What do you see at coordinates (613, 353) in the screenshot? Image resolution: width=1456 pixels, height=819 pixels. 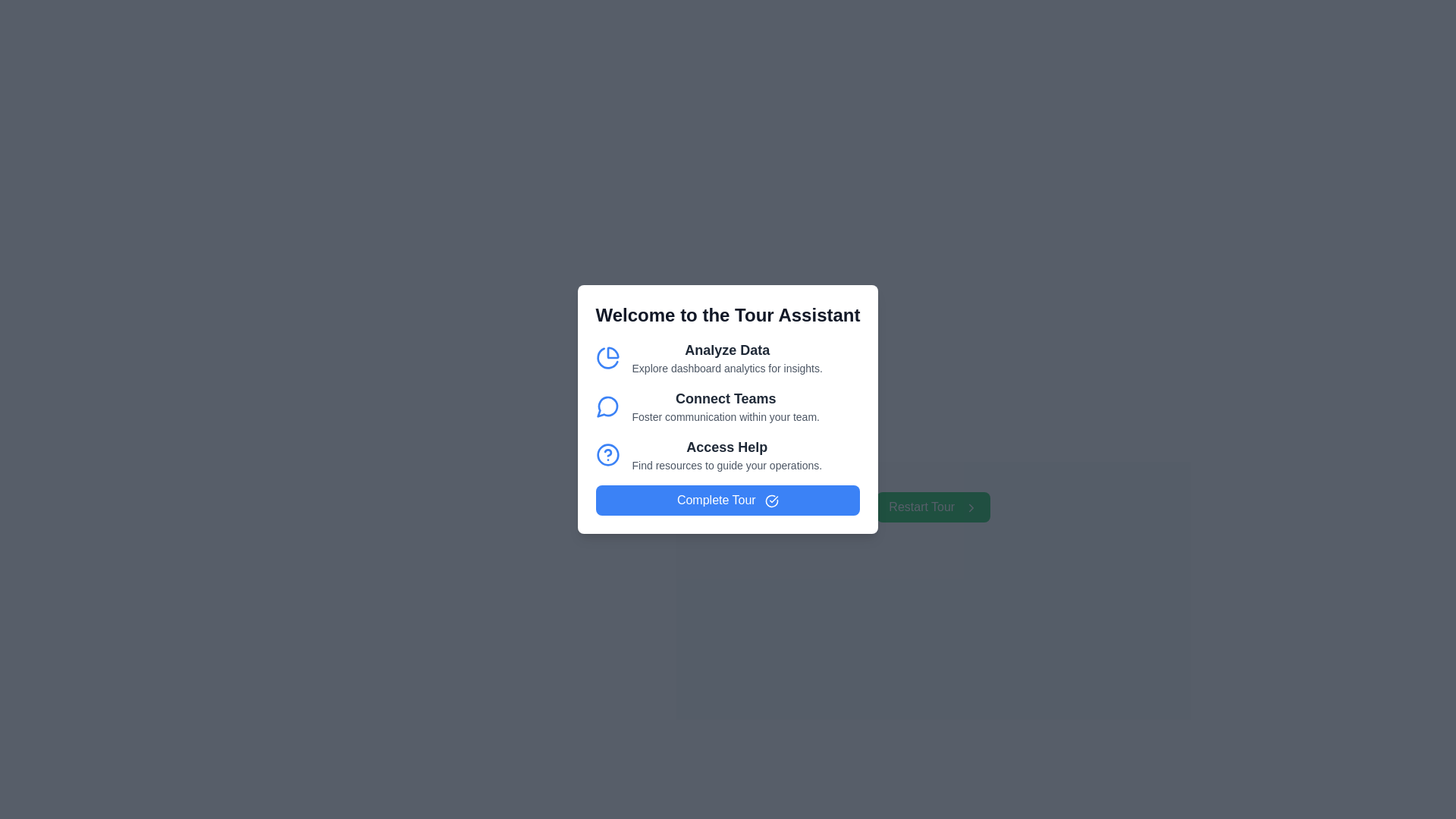 I see `the pie chart icon segment that represents a slice, located to the left of the 'Analyze Data' text in the modal interface` at bounding box center [613, 353].